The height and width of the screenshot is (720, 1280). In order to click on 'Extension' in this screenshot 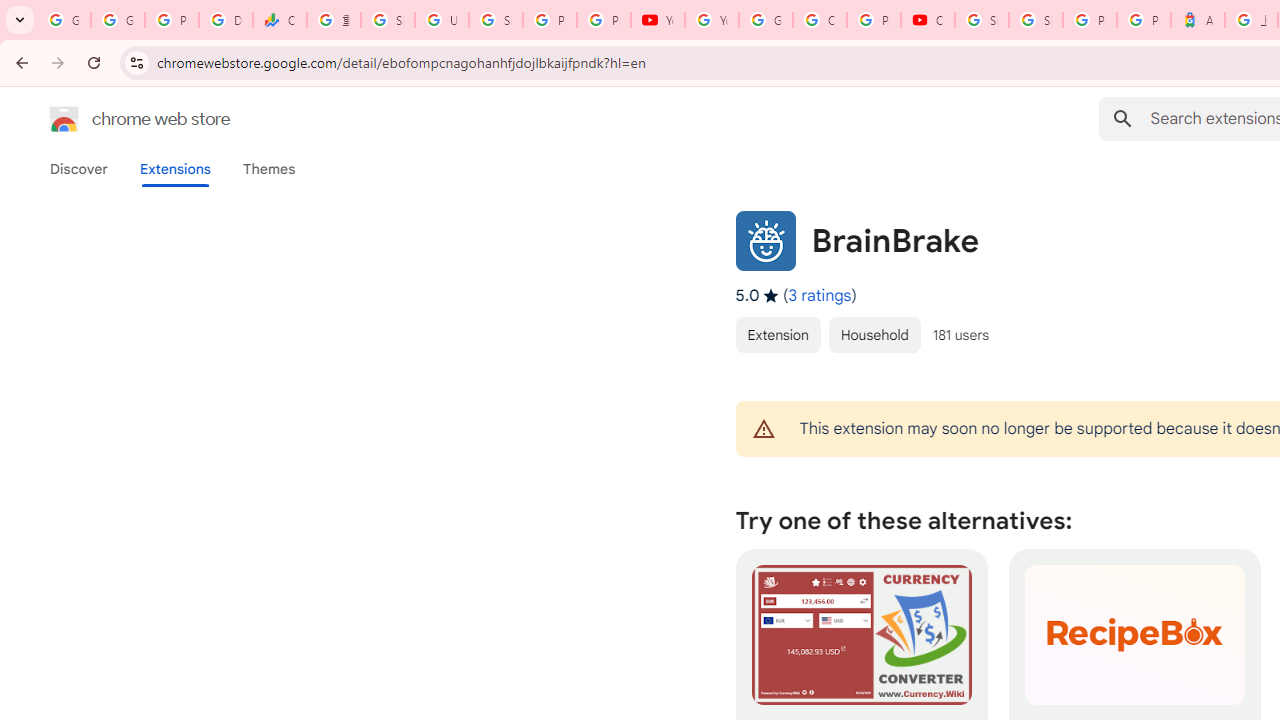, I will do `click(776, 333)`.